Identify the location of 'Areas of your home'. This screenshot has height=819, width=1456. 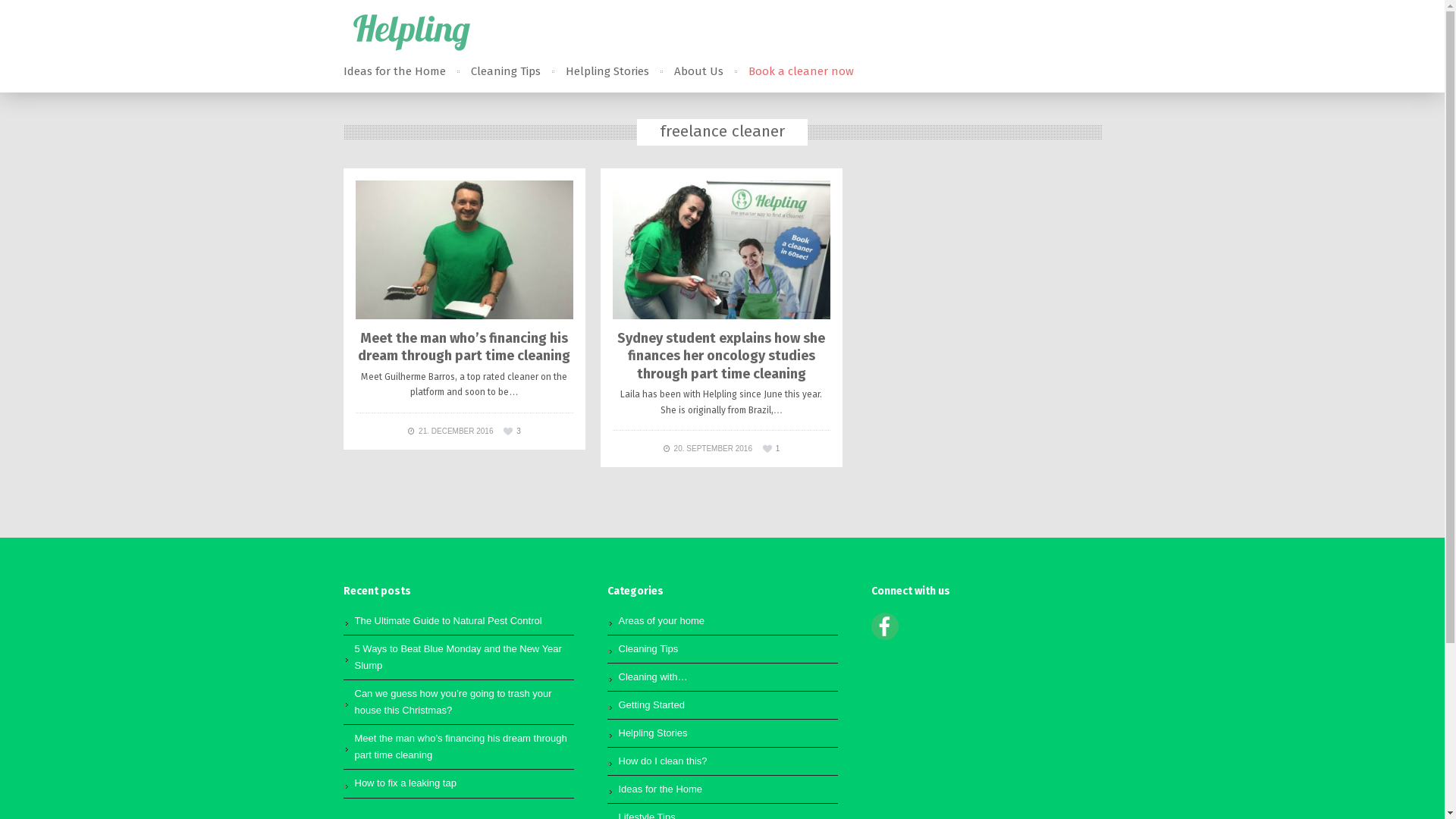
(619, 620).